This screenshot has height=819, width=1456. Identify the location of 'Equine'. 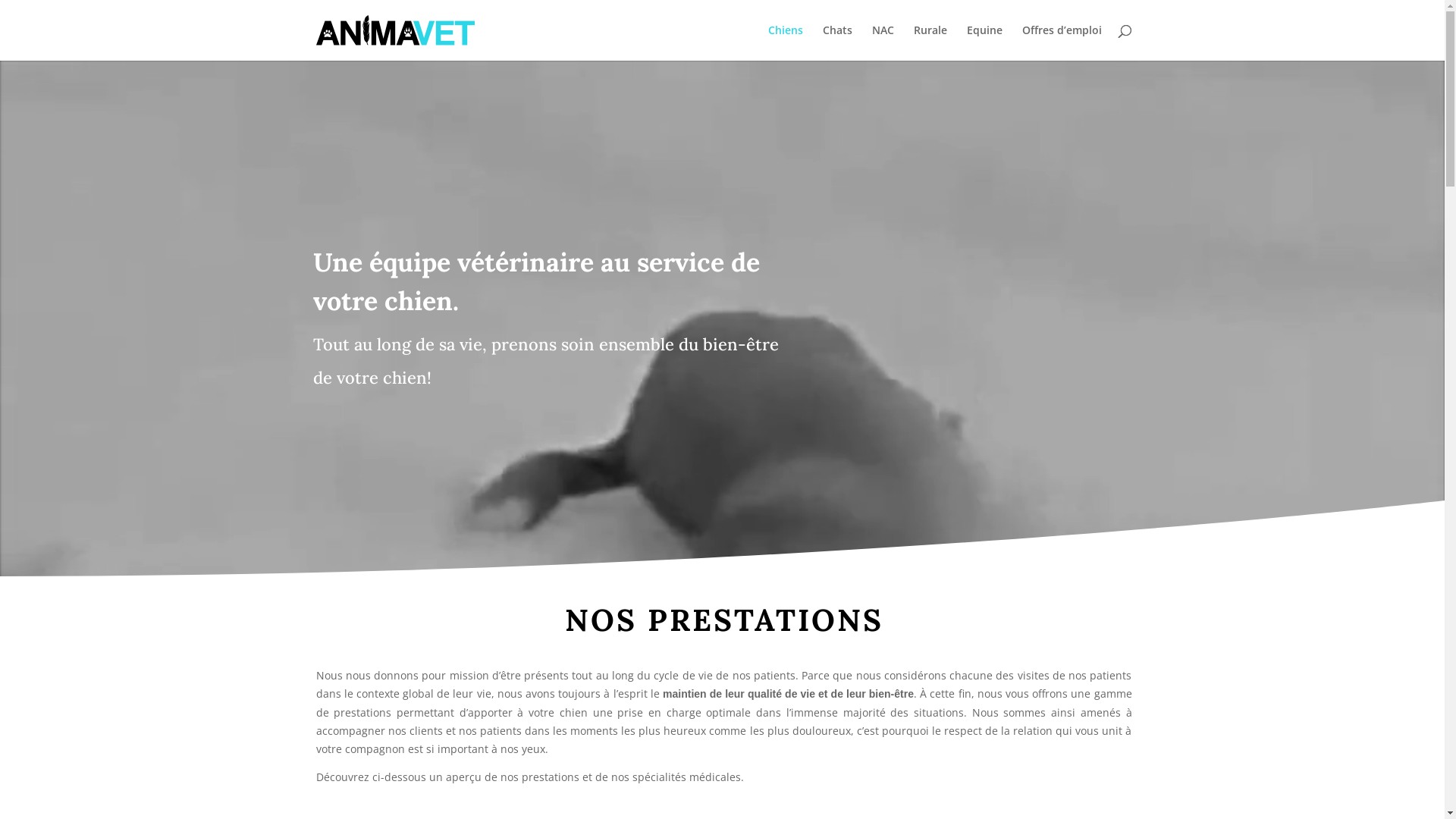
(984, 42).